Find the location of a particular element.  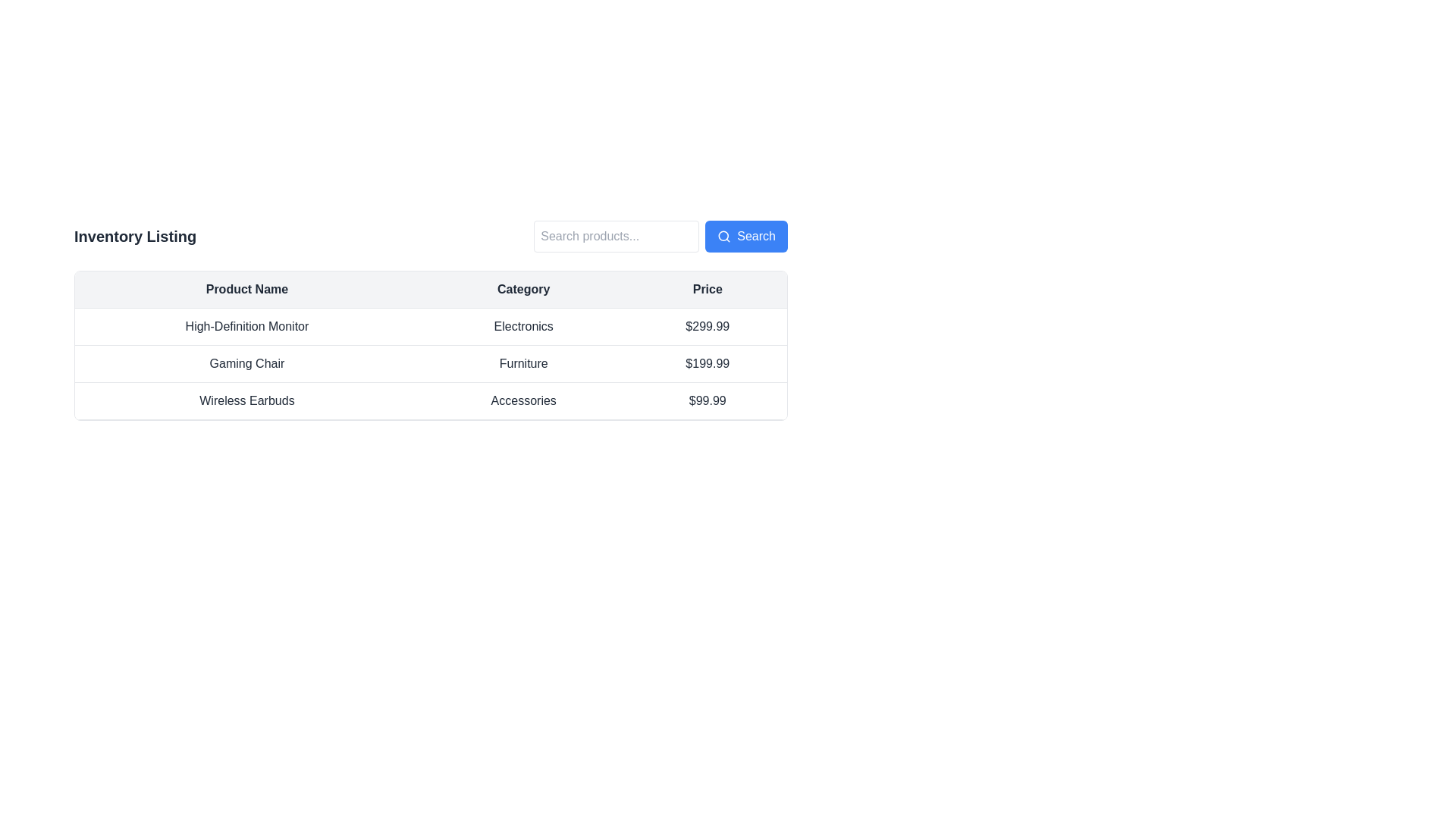

the table header cell displaying 'Product Name' in bold, black font with a light gray background is located at coordinates (247, 290).